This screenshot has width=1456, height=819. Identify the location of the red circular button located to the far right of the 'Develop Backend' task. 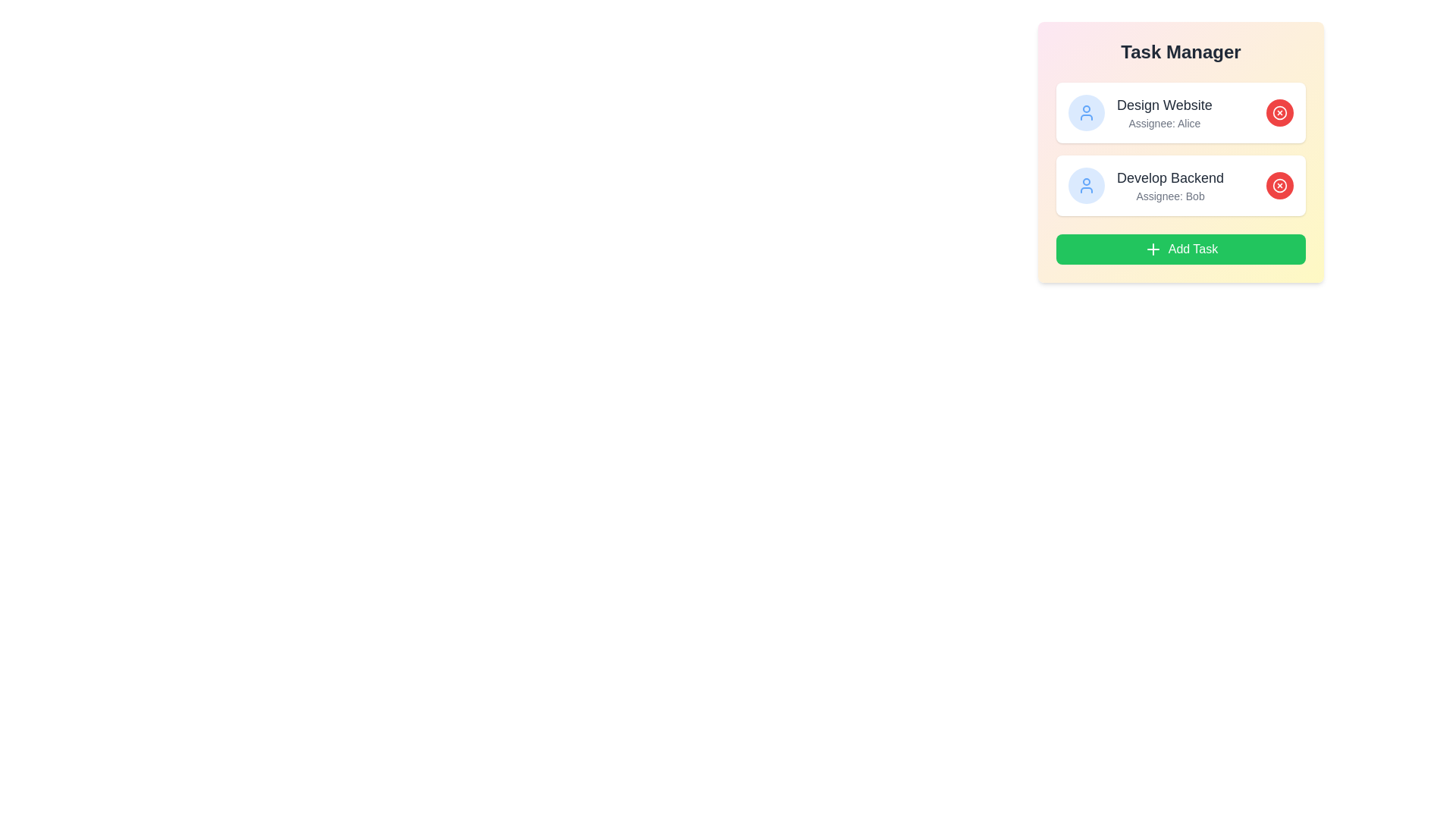
(1279, 185).